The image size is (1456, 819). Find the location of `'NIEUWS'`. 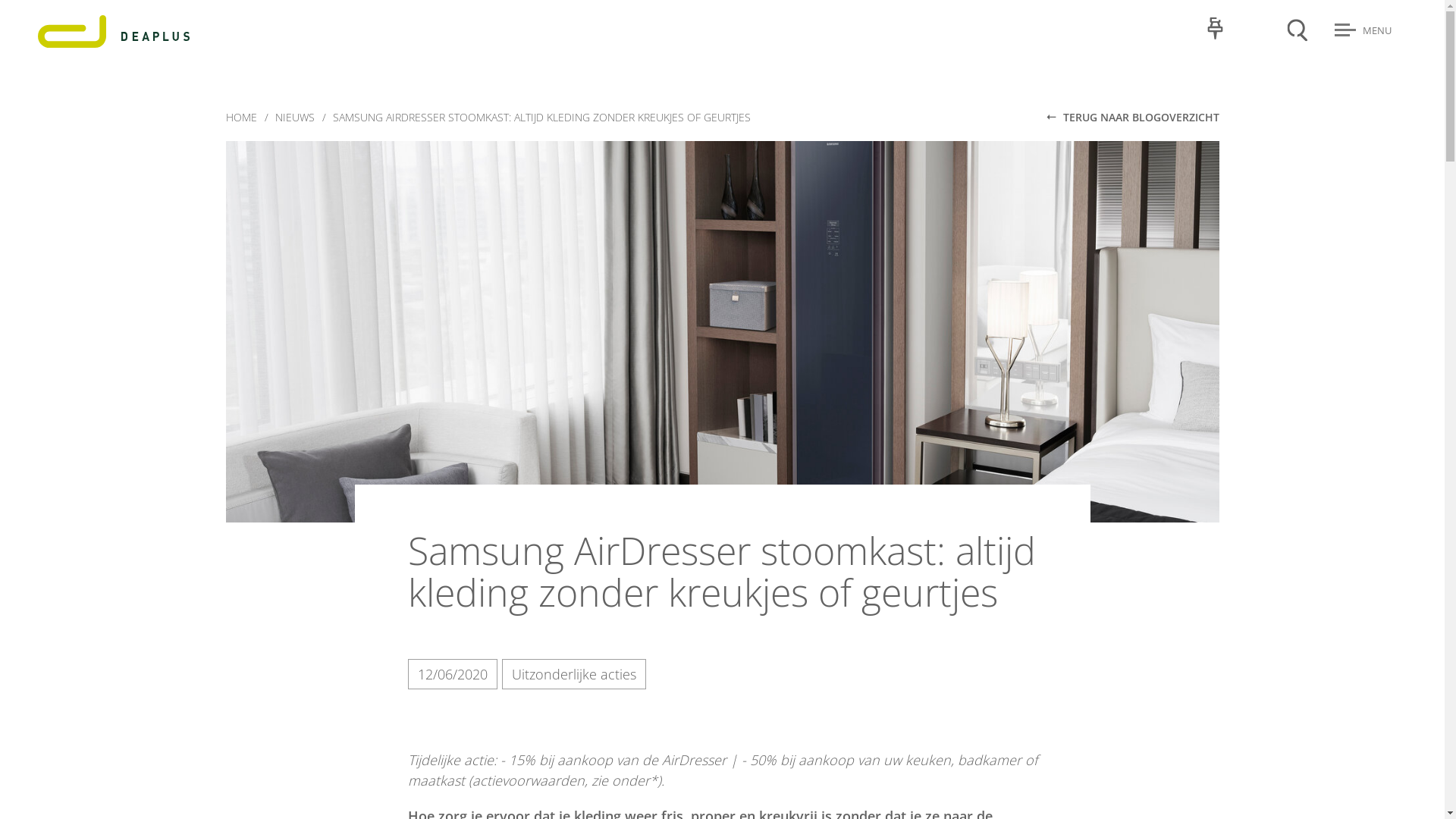

'NIEUWS' is located at coordinates (294, 116).